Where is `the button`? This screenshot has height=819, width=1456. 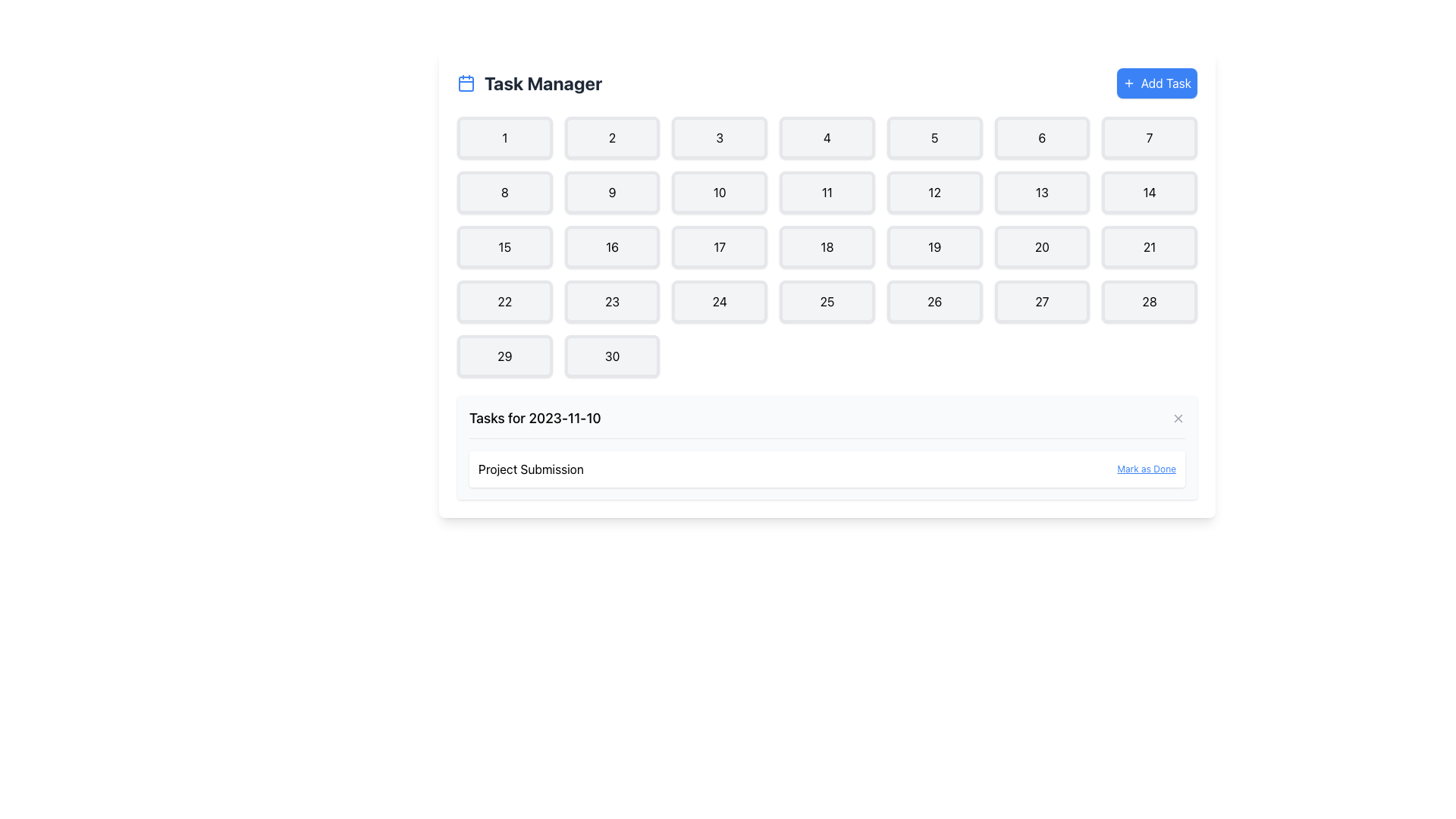 the button is located at coordinates (504, 192).